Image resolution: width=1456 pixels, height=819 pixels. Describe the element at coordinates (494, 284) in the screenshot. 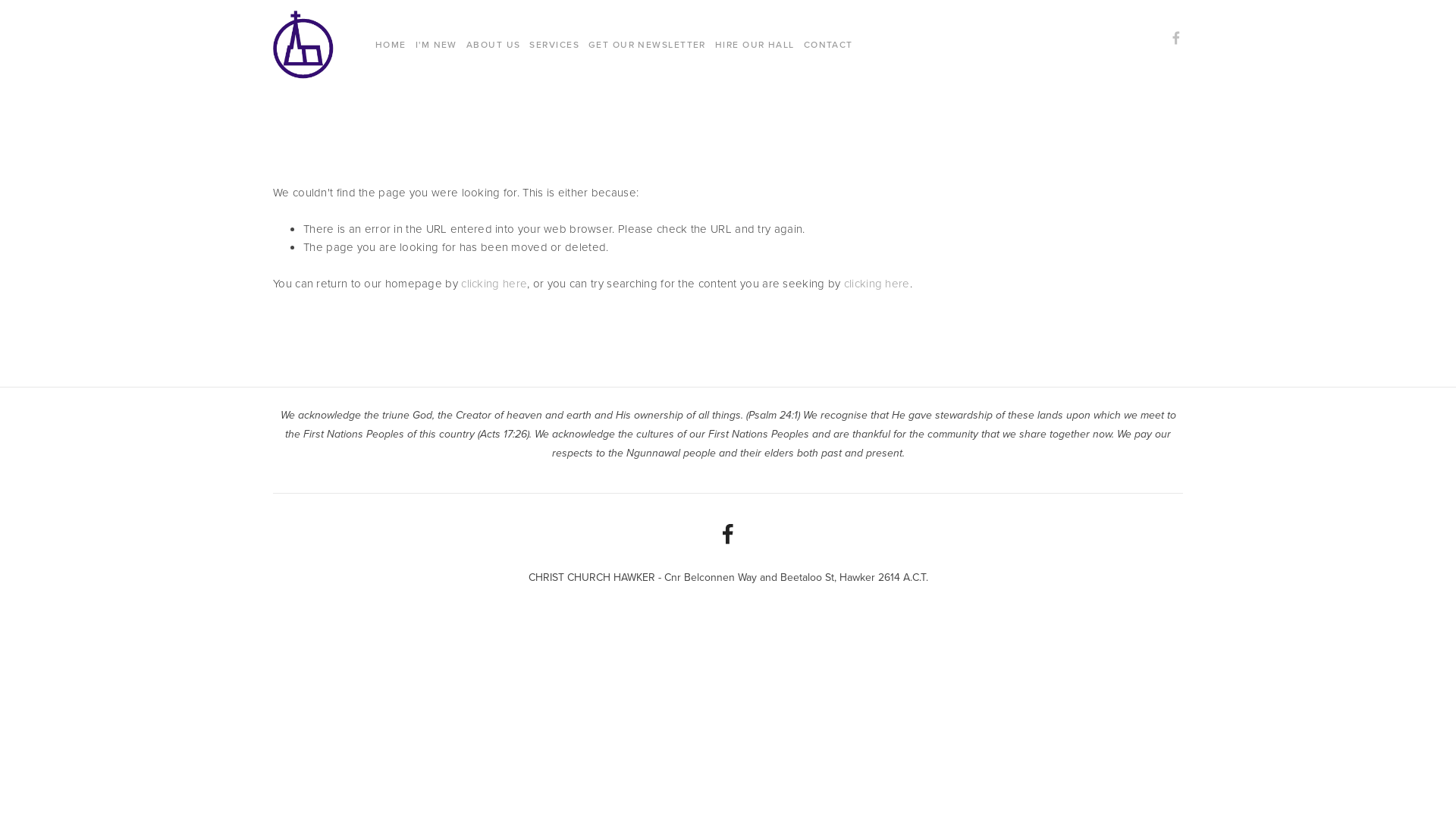

I see `'clicking here'` at that location.